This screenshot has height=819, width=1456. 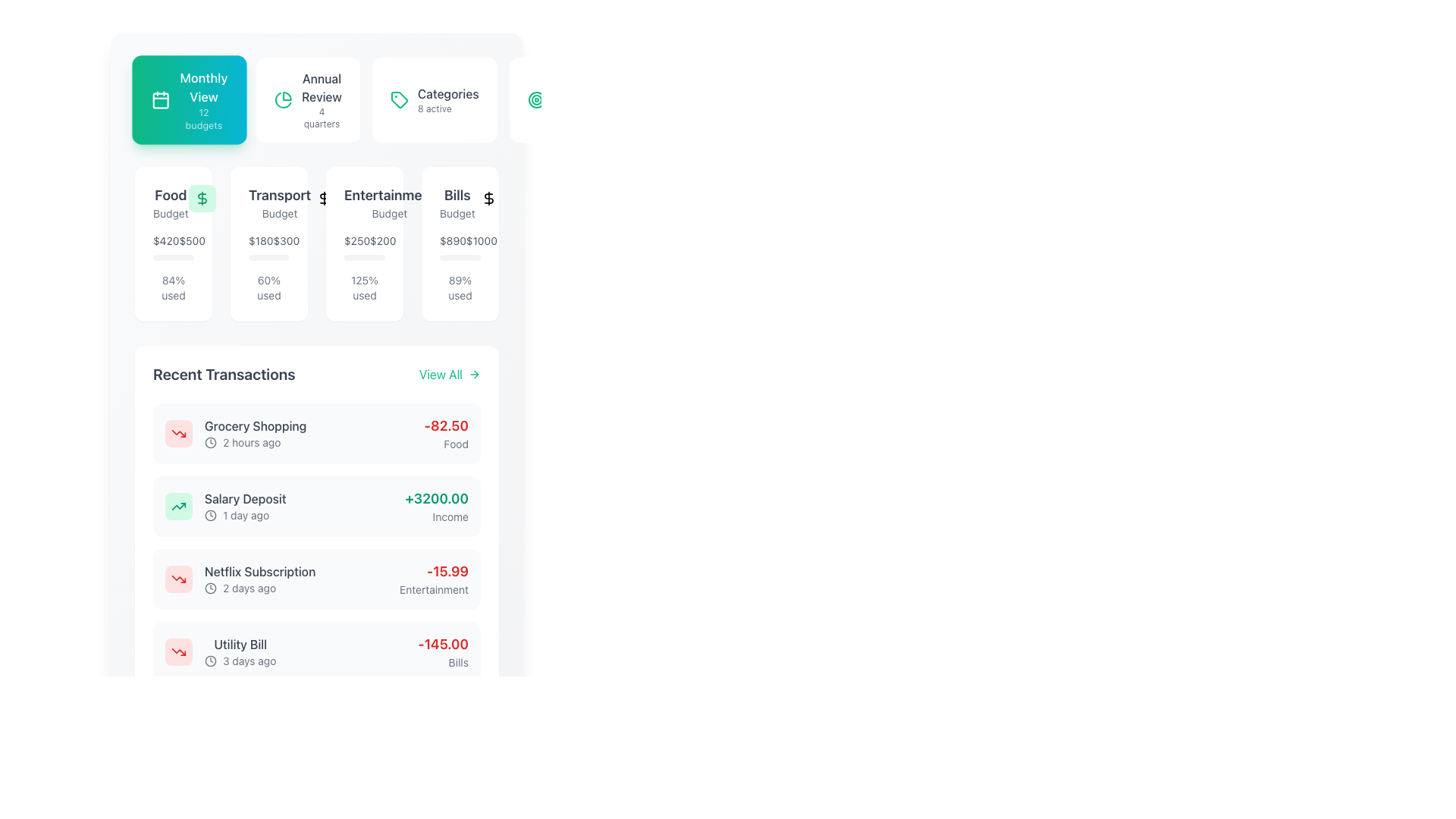 I want to click on the negative amount on the first transaction display card in the 'Recent Transactions' section to get clarification, so click(x=315, y=433).